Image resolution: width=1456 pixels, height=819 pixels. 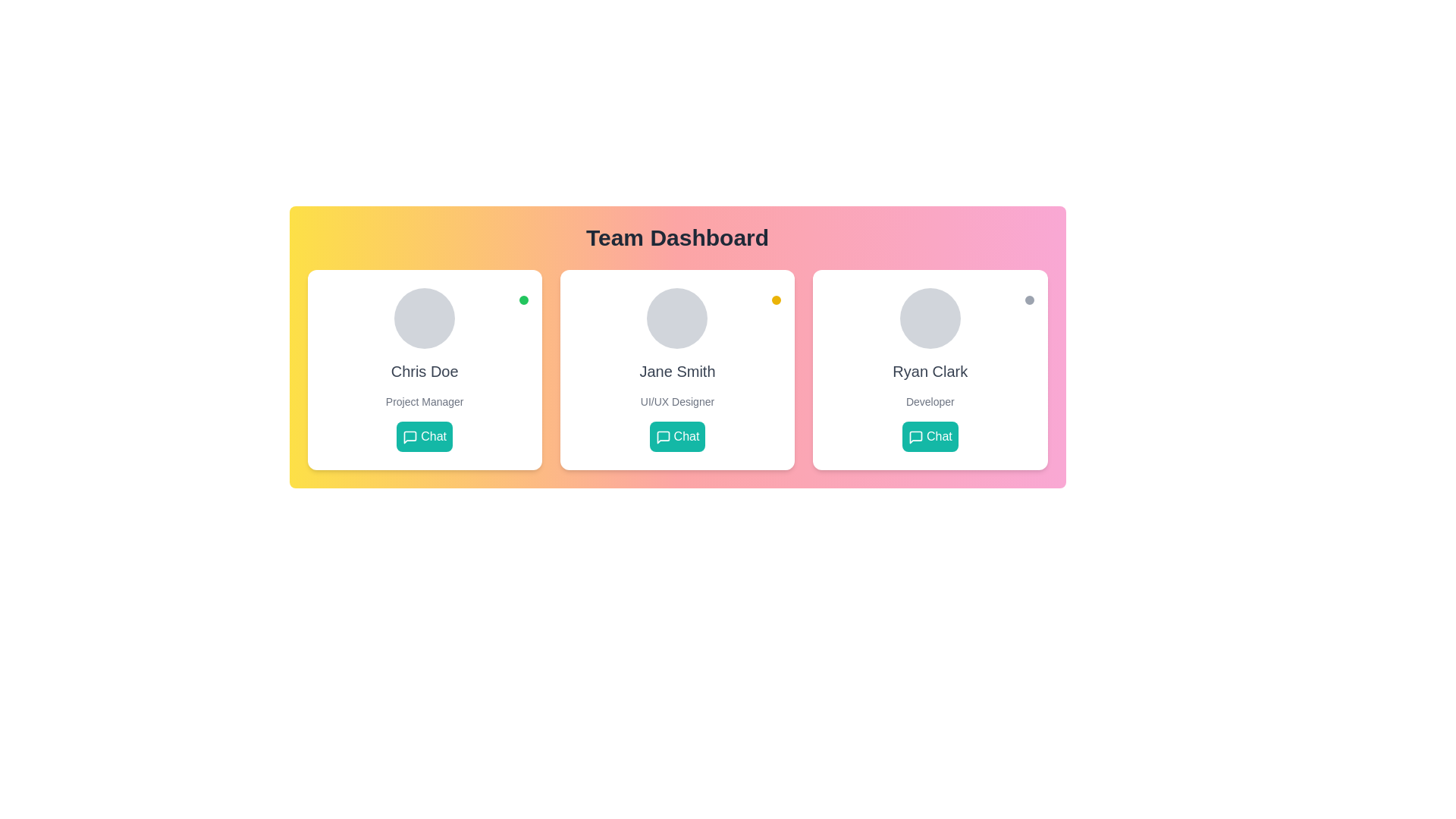 What do you see at coordinates (676, 436) in the screenshot?
I see `the chat button for 'Jane Smith', a UI/UX Designer` at bounding box center [676, 436].